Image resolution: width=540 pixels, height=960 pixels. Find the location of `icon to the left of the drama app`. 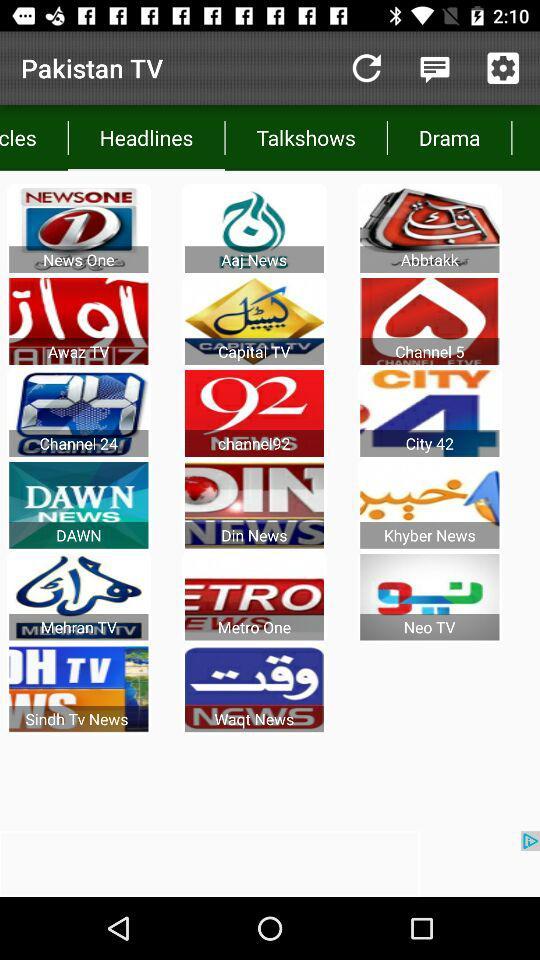

icon to the left of the drama app is located at coordinates (306, 136).